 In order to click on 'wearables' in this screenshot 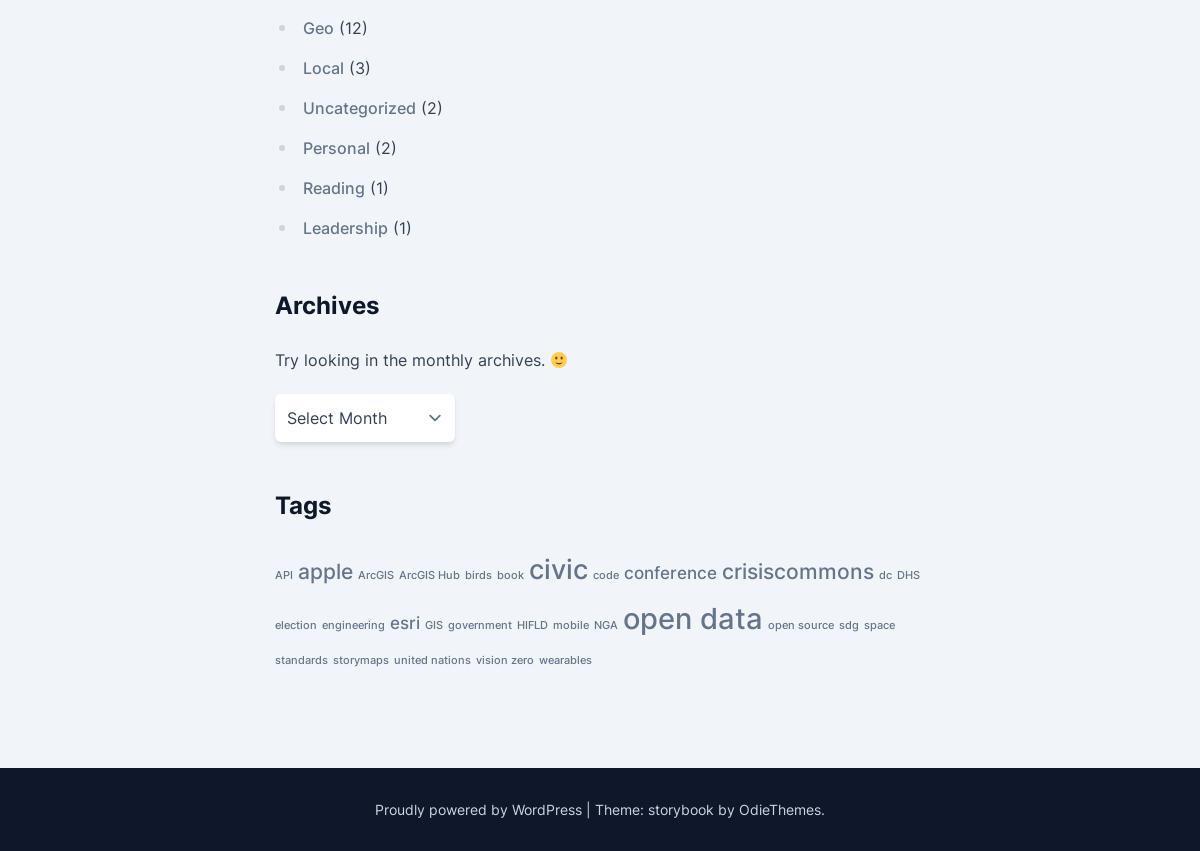, I will do `click(564, 660)`.